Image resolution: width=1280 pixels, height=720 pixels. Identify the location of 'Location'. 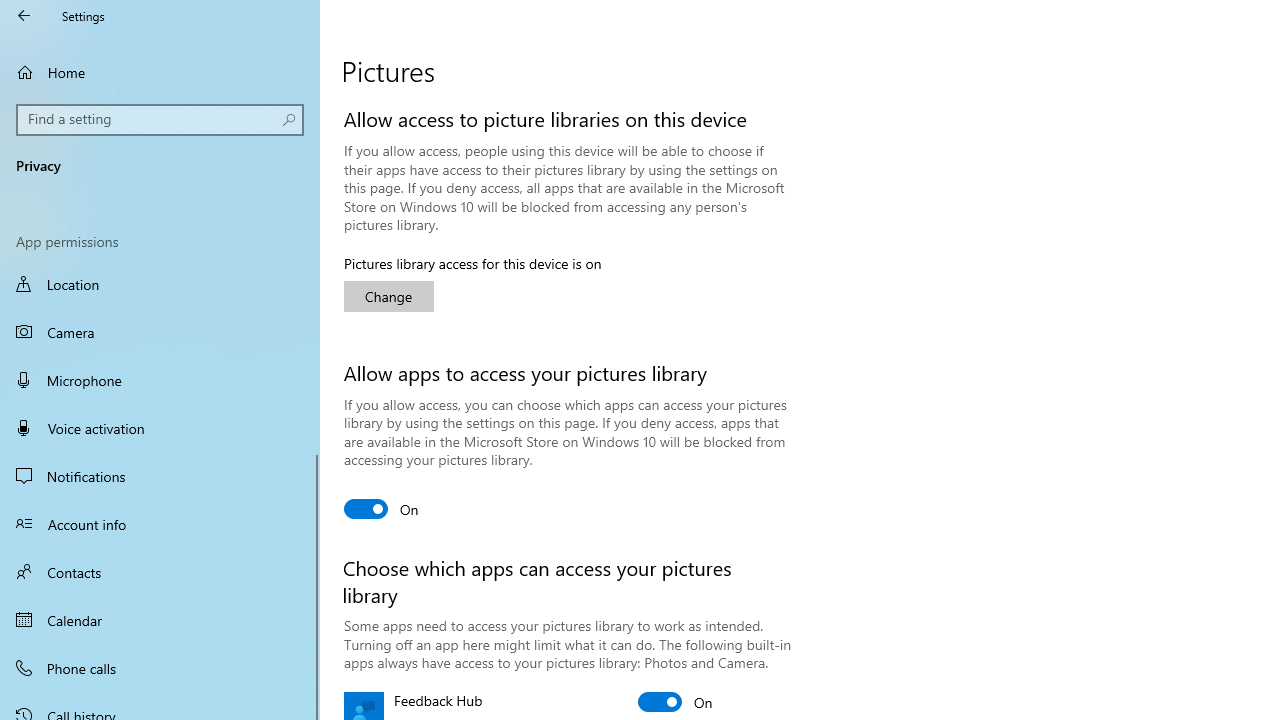
(160, 286).